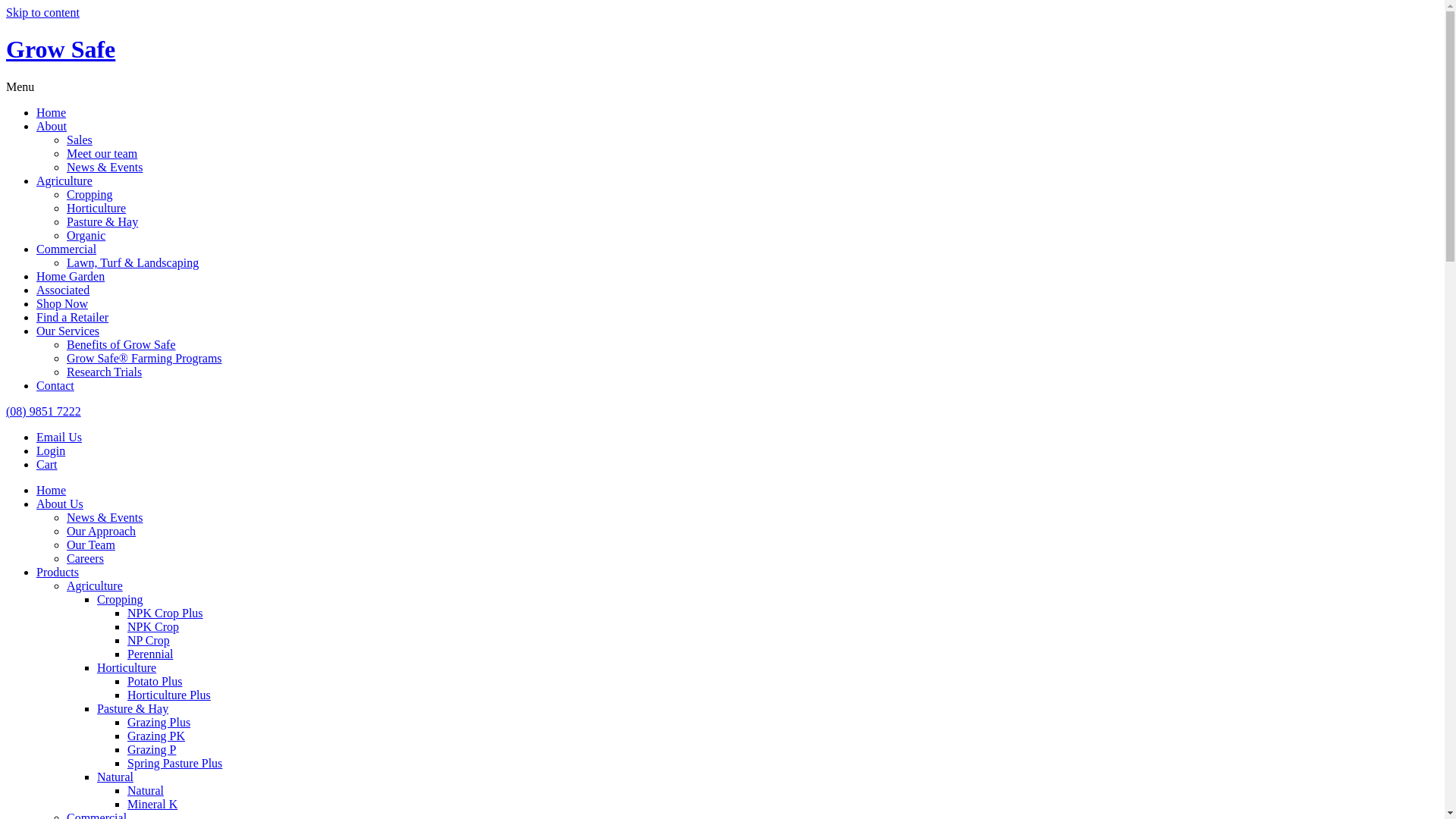  I want to click on 'Grazing P', so click(152, 748).